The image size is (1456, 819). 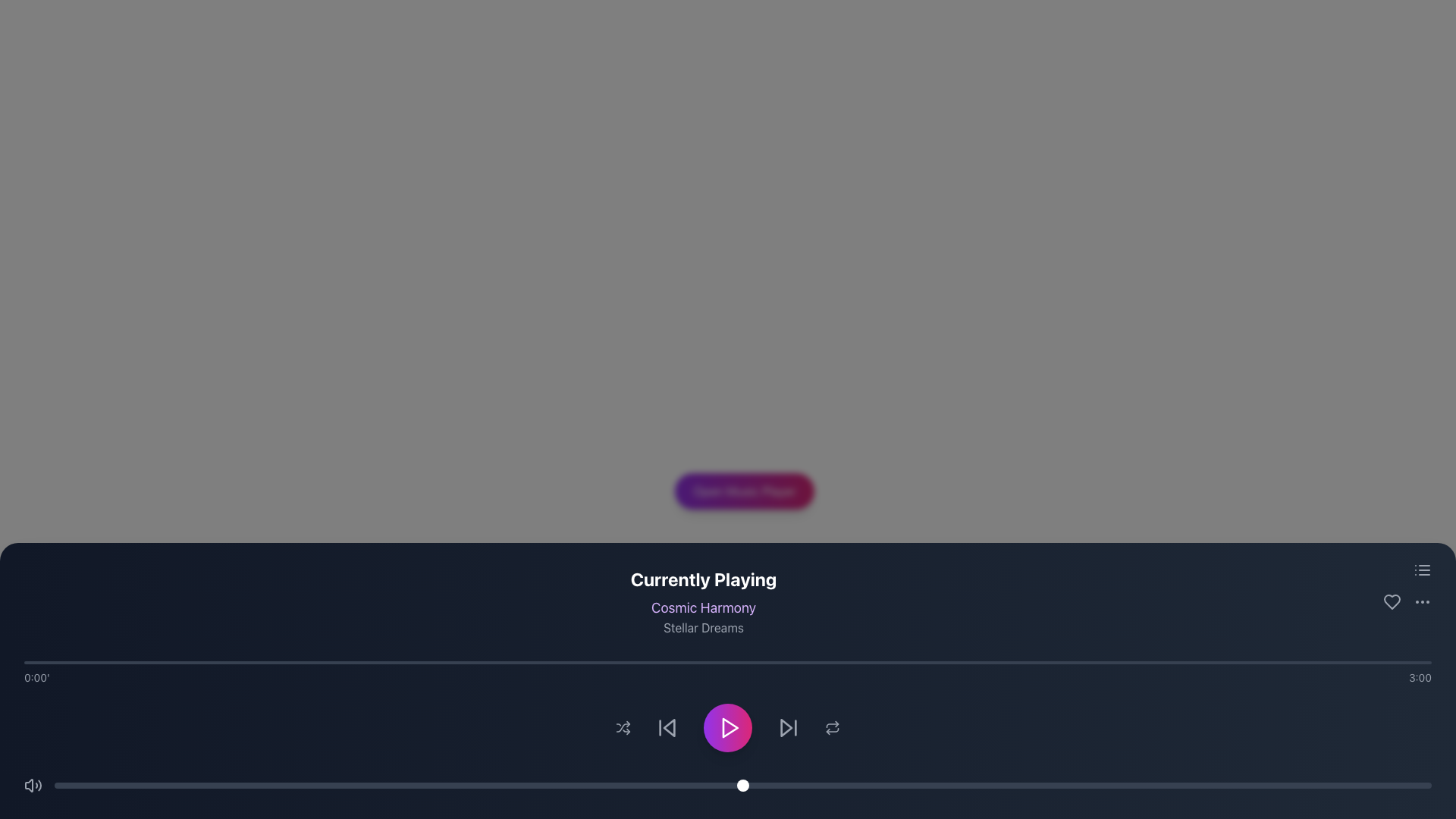 I want to click on the heart-shaped icon button located in the top right corner of the media player to mark or unmark it as a favorite, so click(x=1392, y=601).